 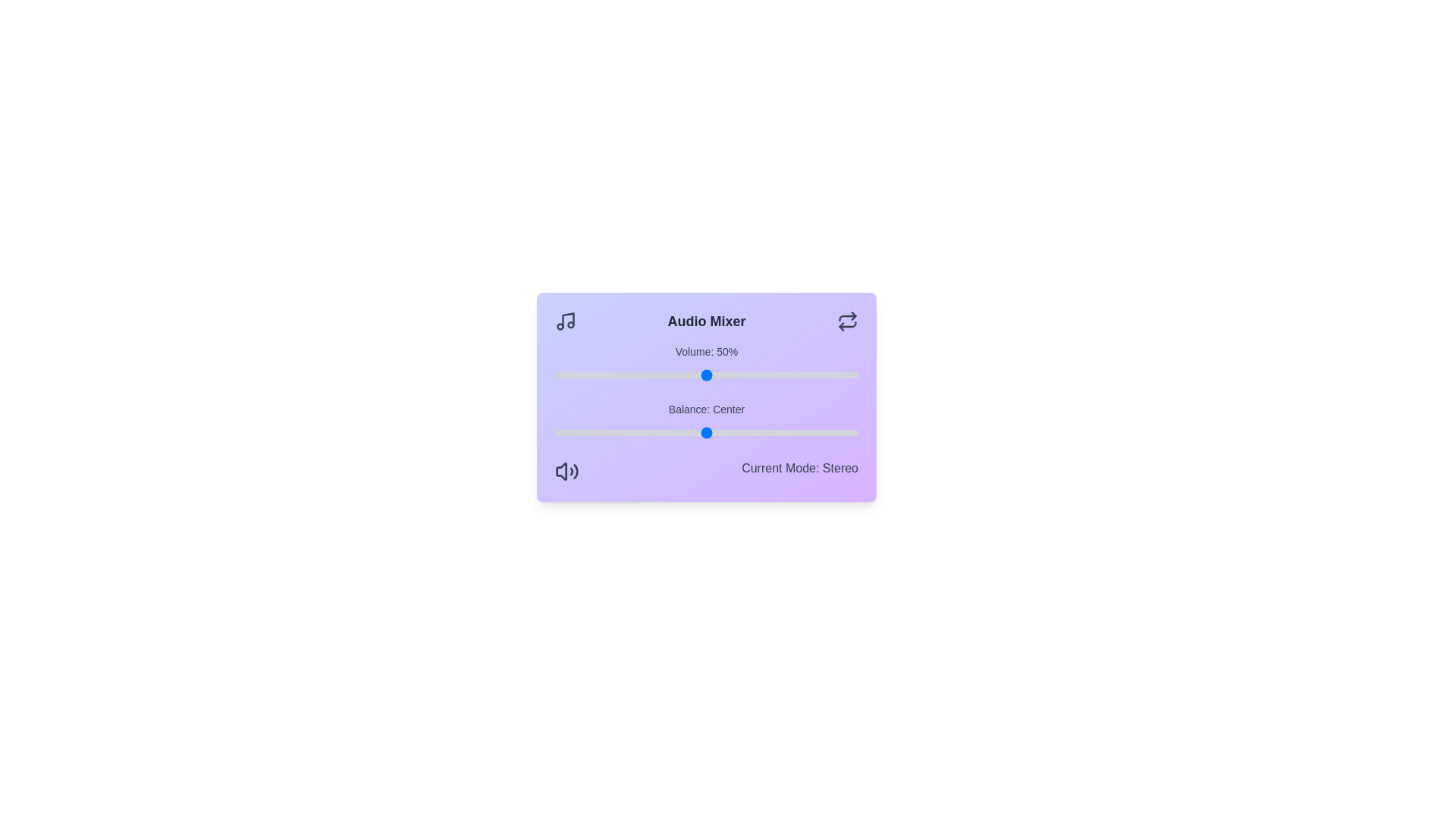 What do you see at coordinates (758, 375) in the screenshot?
I see `the volume to 67%` at bounding box center [758, 375].